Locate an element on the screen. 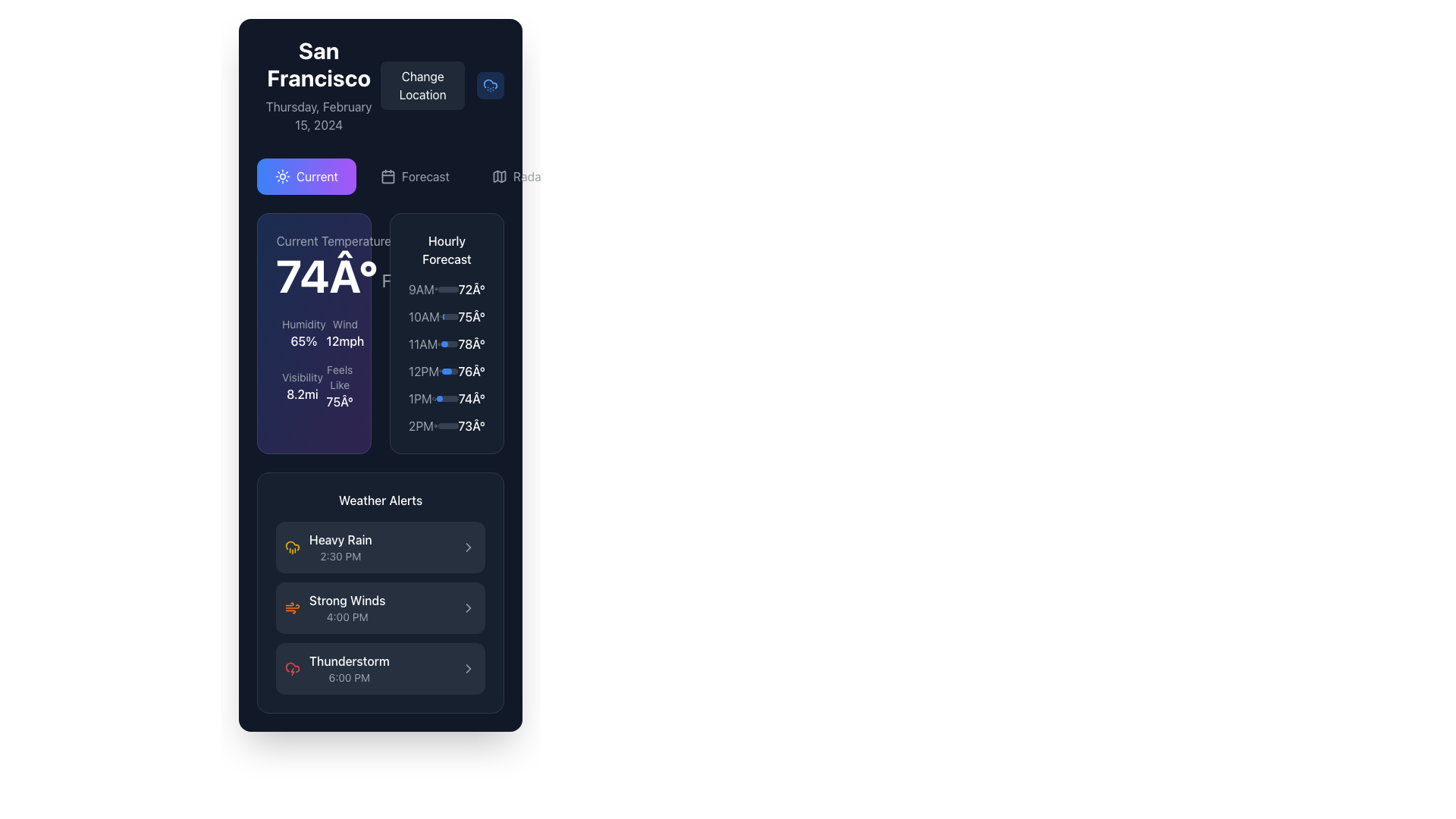 The height and width of the screenshot is (819, 1456). the 'Visibility' text display field, which shows the value '8.2mi' in bold white text and is located in the bottom-left section of the weather information card is located at coordinates (292, 385).